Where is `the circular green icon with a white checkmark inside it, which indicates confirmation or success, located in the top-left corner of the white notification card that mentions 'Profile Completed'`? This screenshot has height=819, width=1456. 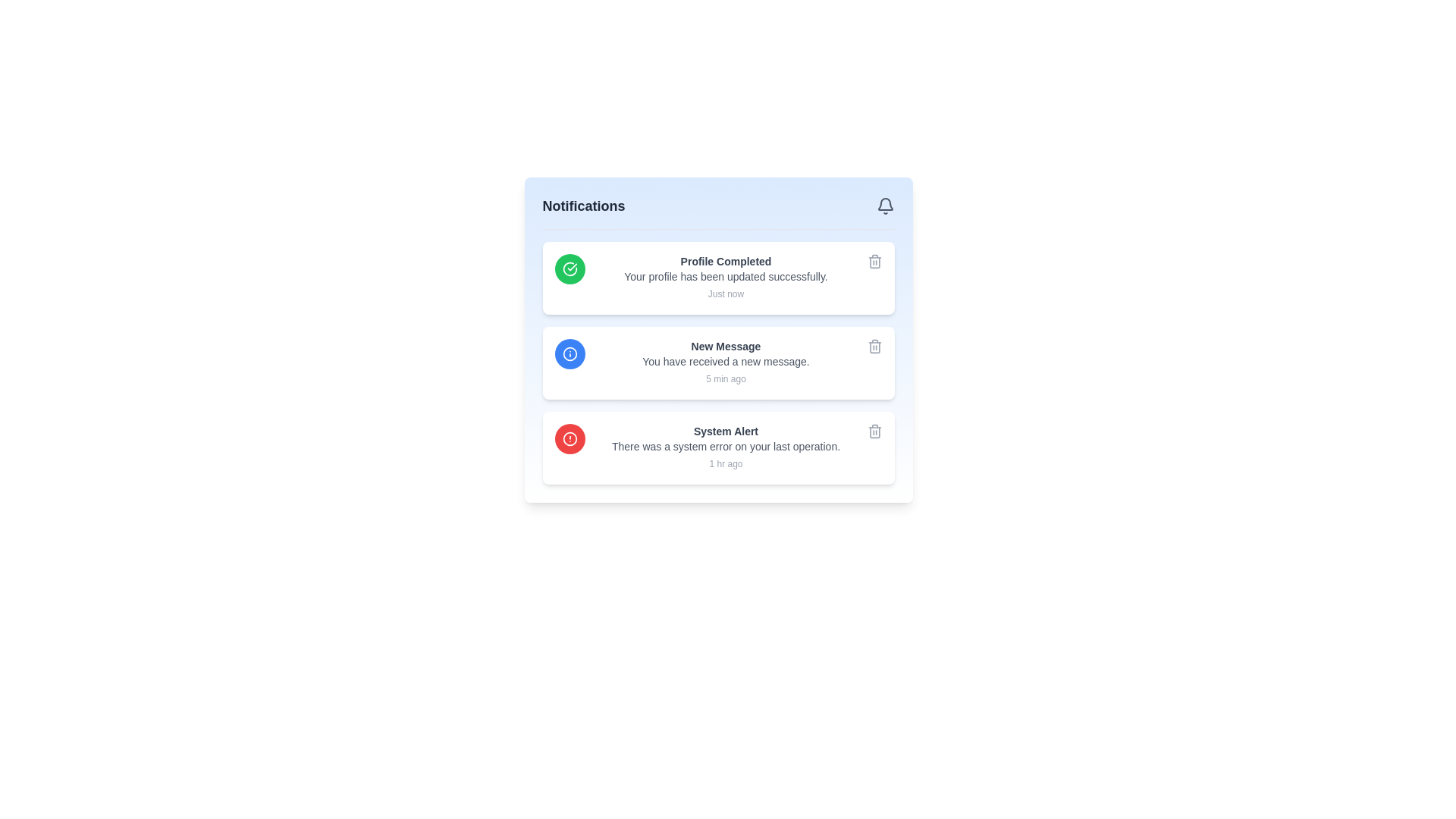
the circular green icon with a white checkmark inside it, which indicates confirmation or success, located in the top-left corner of the white notification card that mentions 'Profile Completed' is located at coordinates (569, 268).